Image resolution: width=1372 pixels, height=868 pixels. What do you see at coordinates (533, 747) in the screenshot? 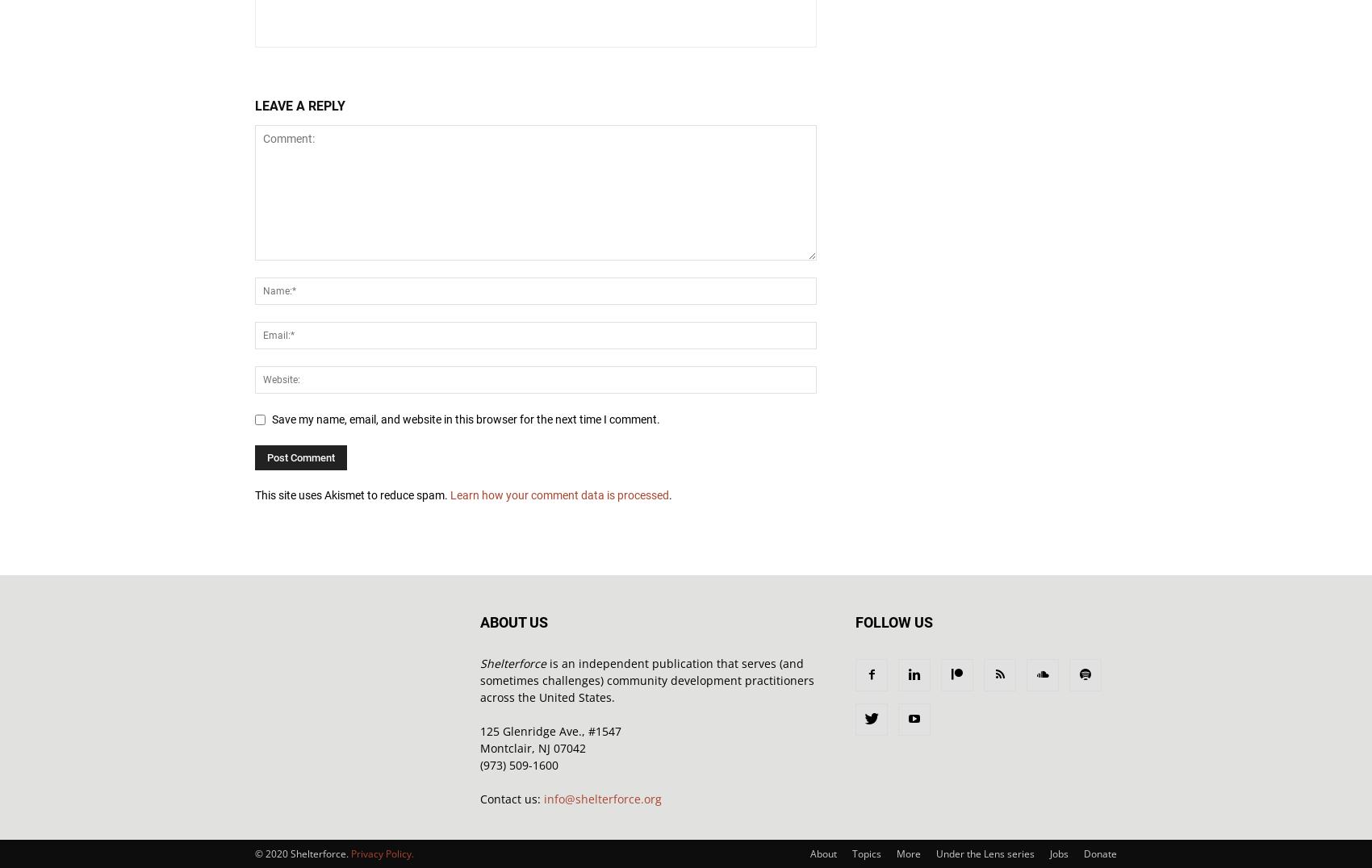
I see `'Montclair, NJ 07042'` at bounding box center [533, 747].